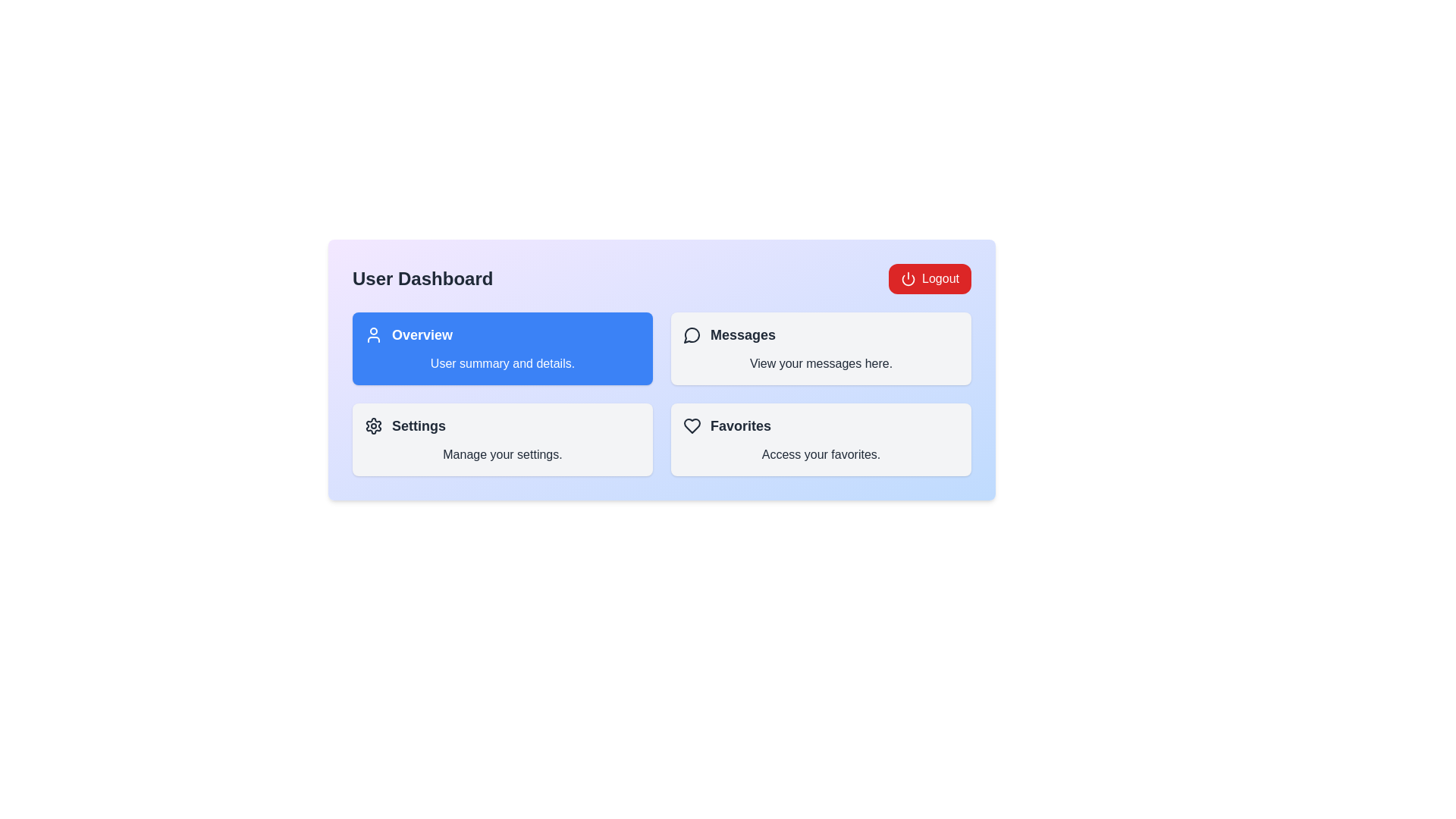 This screenshot has width=1456, height=819. What do you see at coordinates (691, 426) in the screenshot?
I see `the 'Favorites' icon located in the bottom-right corner of the 'Favorites' card section` at bounding box center [691, 426].